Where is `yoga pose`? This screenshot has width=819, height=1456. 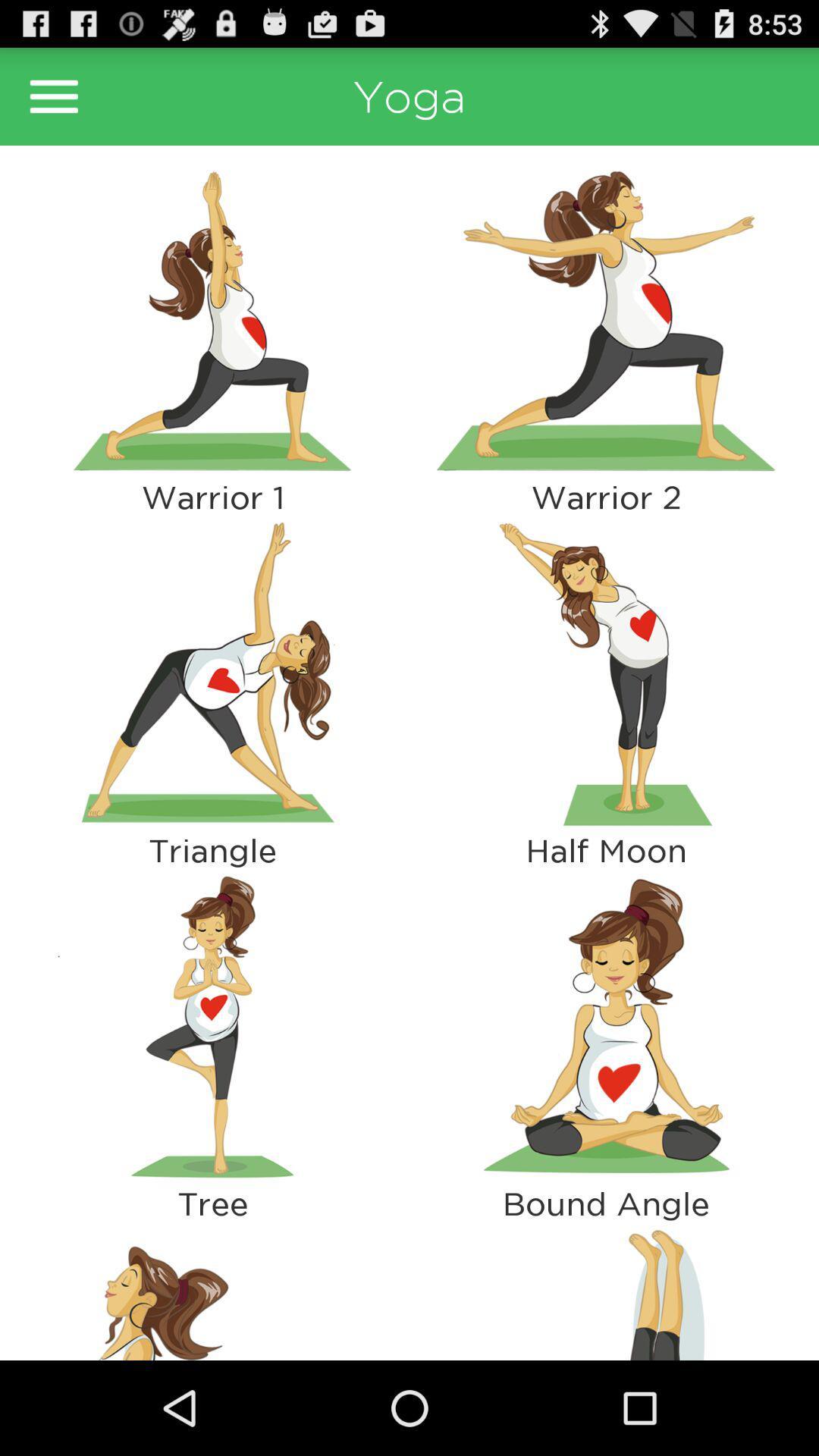 yoga pose is located at coordinates (605, 319).